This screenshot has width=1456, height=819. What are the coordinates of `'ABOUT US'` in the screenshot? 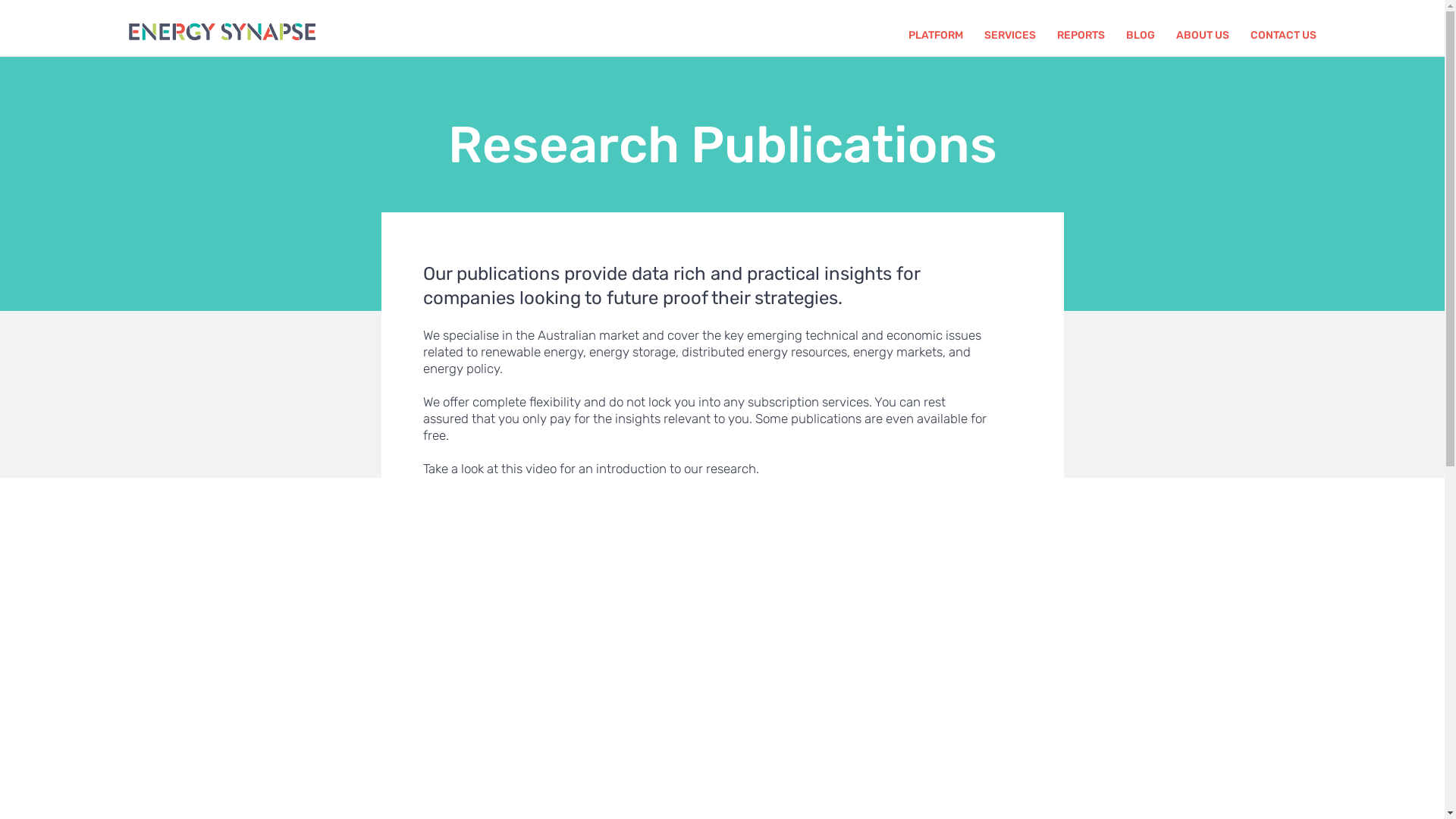 It's located at (1175, 34).